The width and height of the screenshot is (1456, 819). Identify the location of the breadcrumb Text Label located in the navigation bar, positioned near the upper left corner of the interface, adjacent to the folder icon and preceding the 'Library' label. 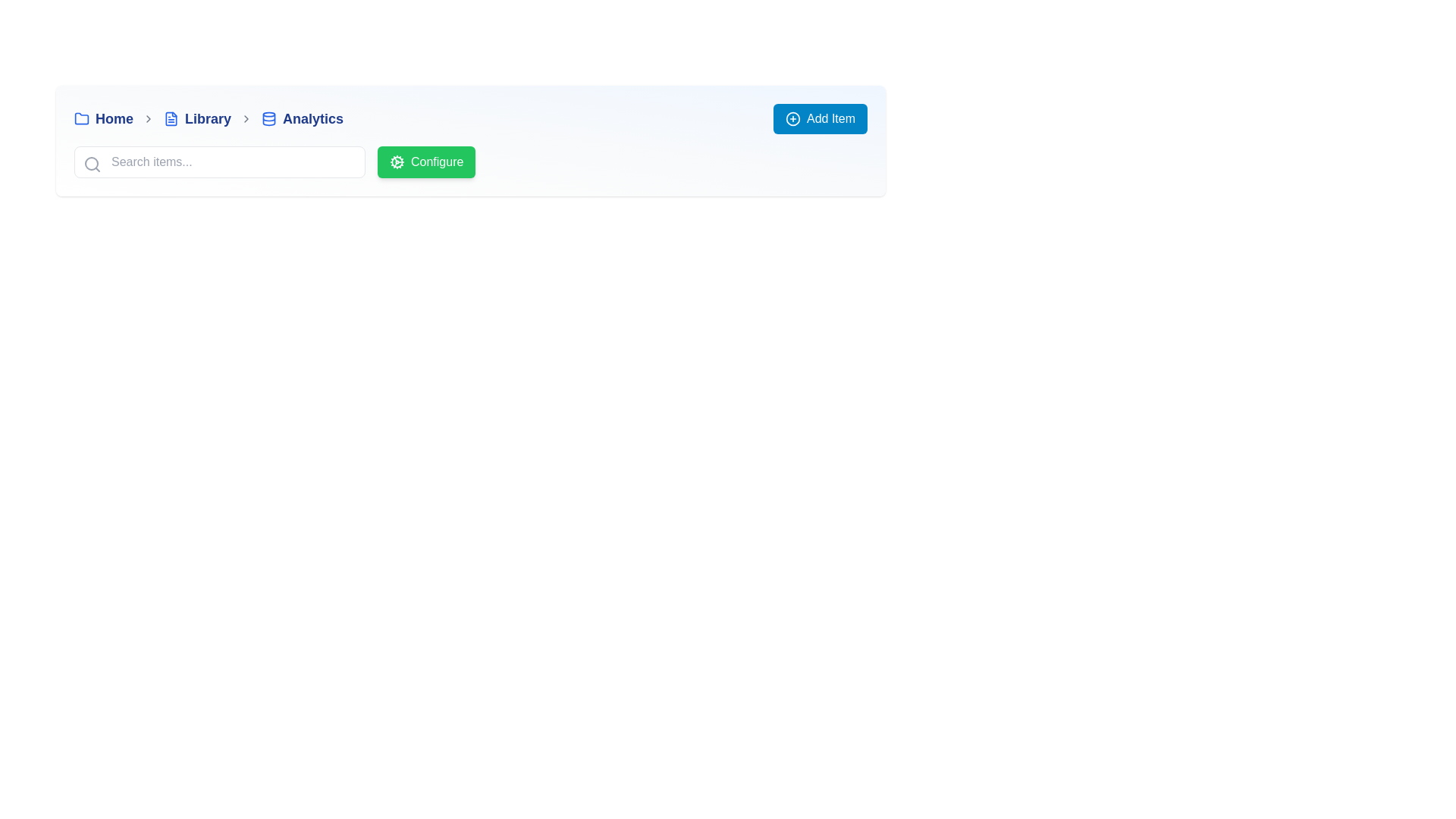
(114, 118).